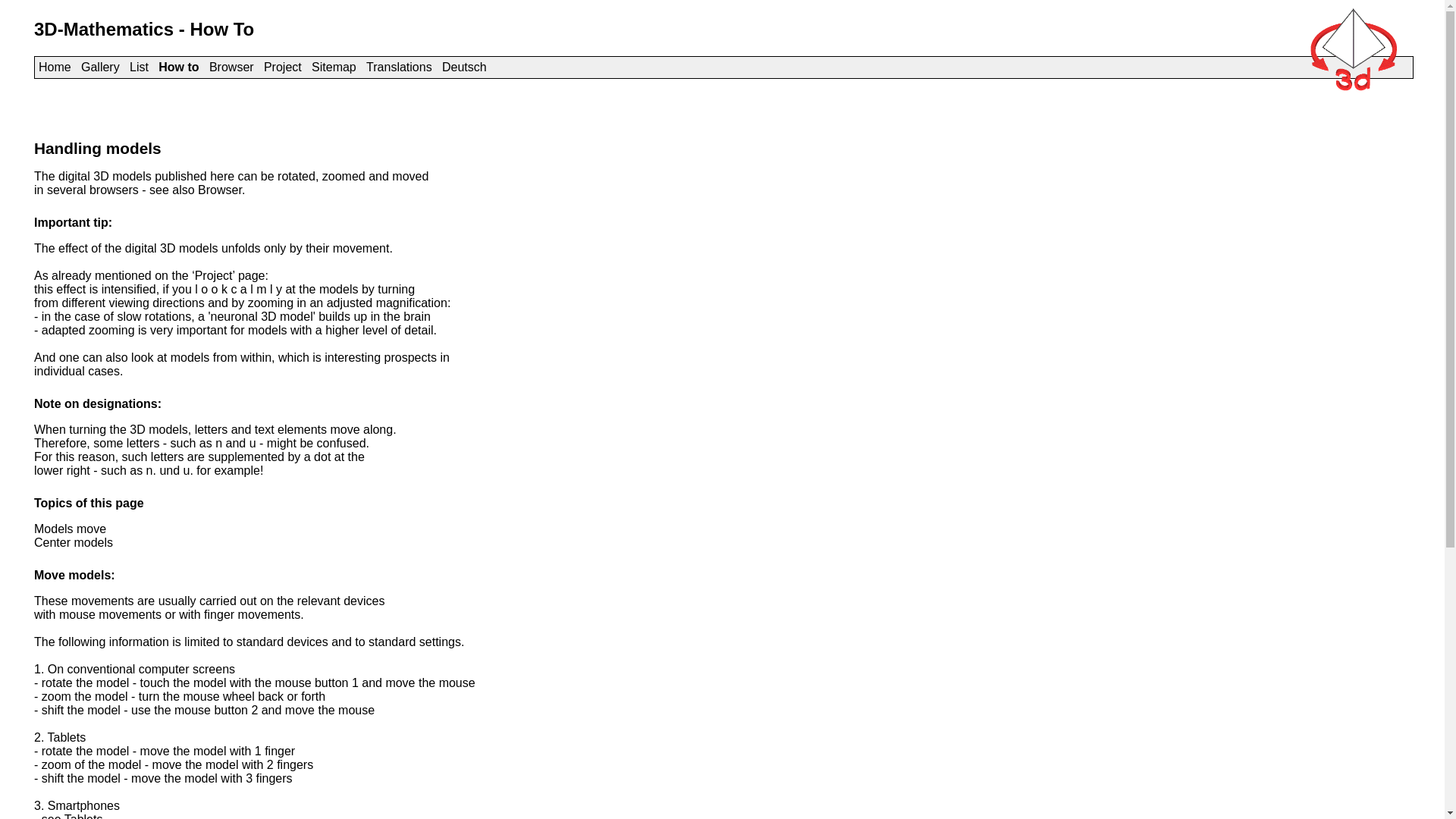 This screenshot has height=819, width=1456. I want to click on 'Project', so click(283, 66).